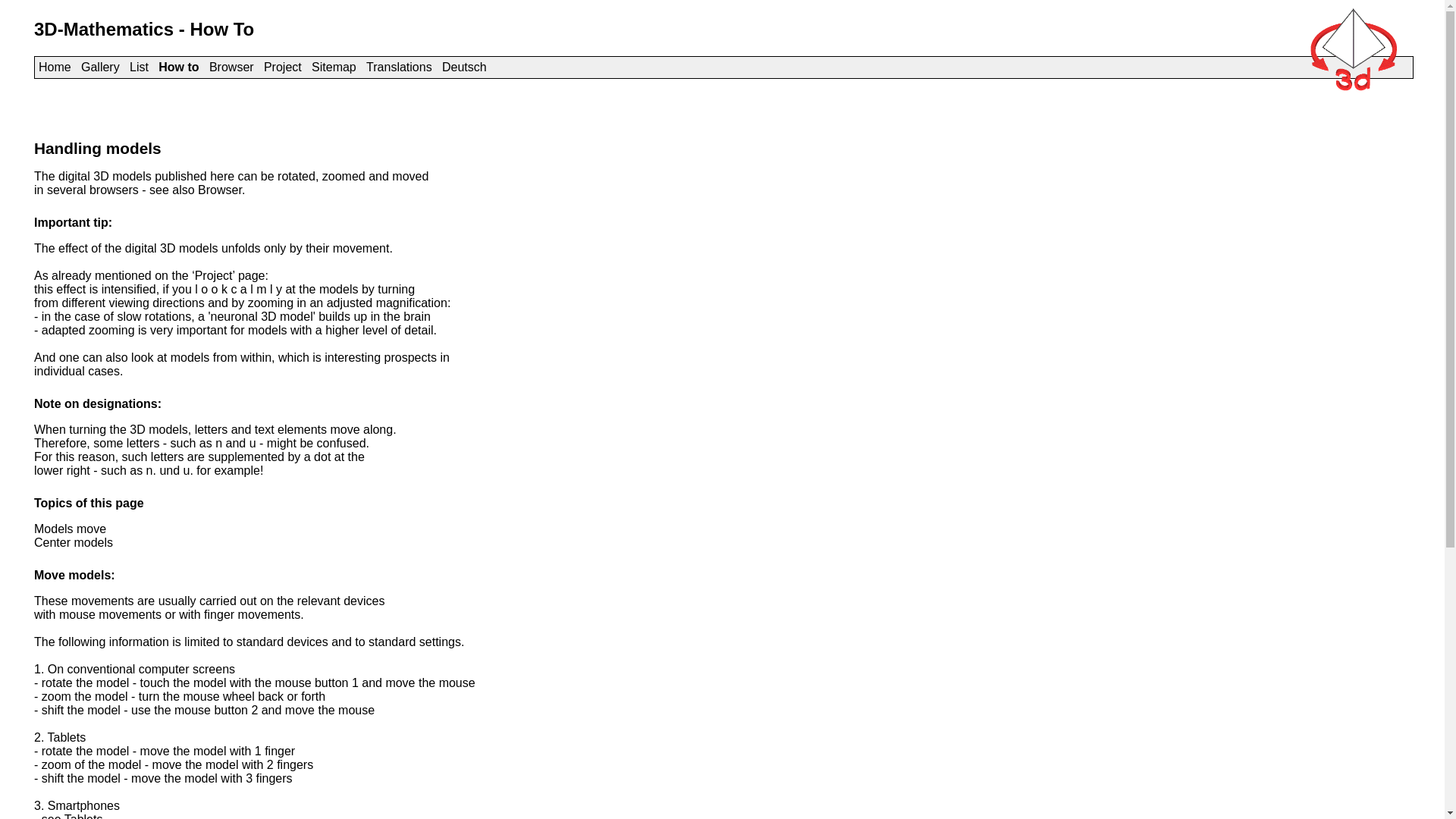 This screenshot has height=819, width=1456. I want to click on 'Project', so click(283, 66).